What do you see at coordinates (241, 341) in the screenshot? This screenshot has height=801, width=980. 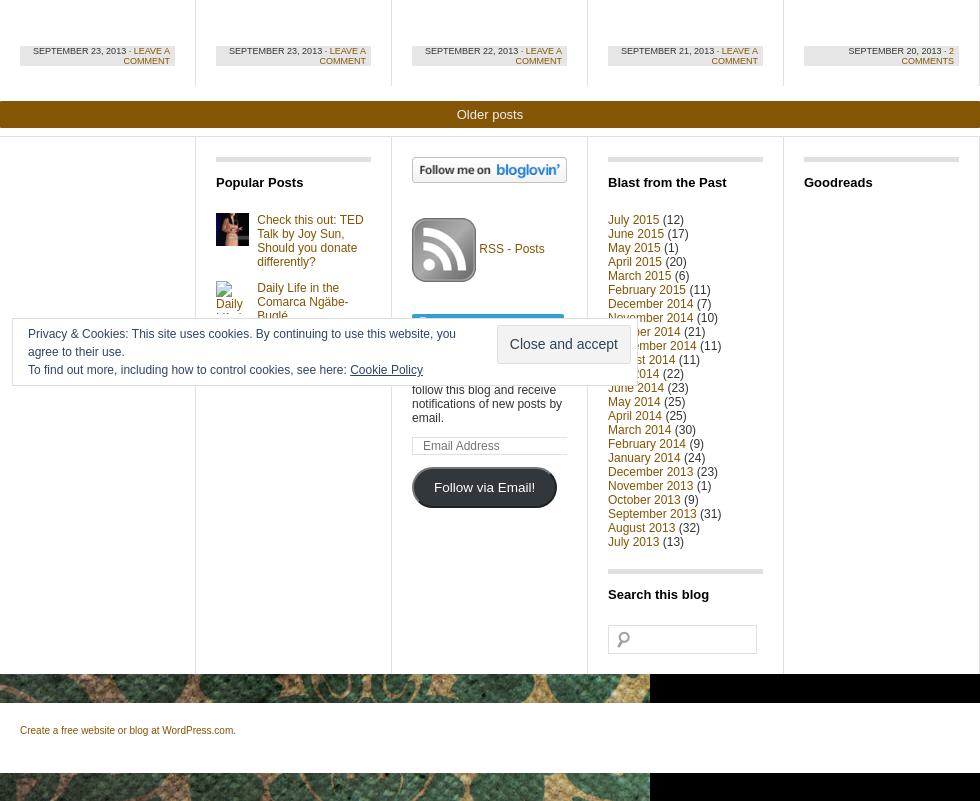 I see `'Privacy & Cookies: This site uses cookies. By continuing to use this website, you agree to their use.'` at bounding box center [241, 341].